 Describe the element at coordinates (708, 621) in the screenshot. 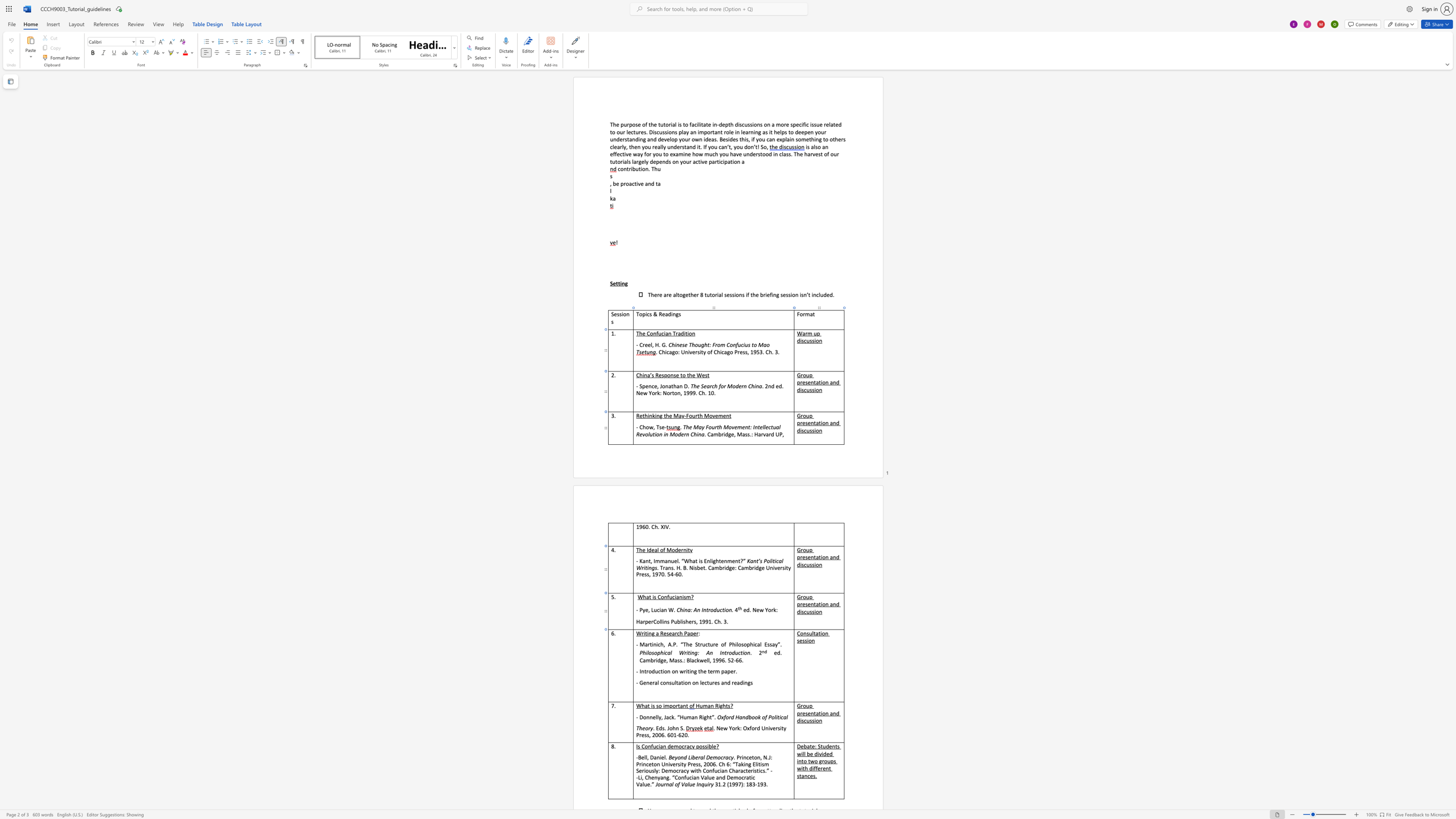

I see `the space between the continuous character "9" and "1" in the text` at that location.